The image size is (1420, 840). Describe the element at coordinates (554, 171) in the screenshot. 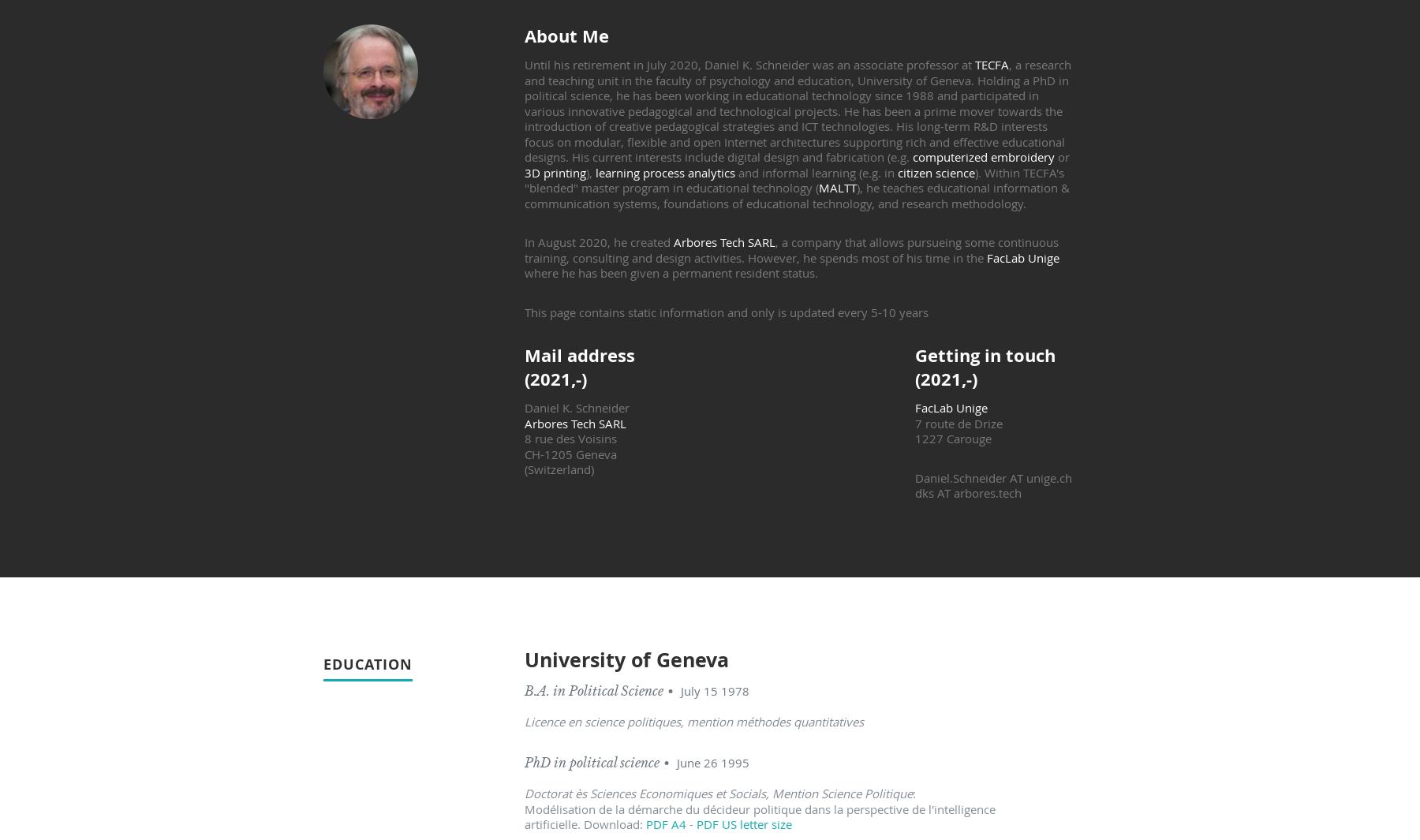

I see `'3D printing'` at that location.